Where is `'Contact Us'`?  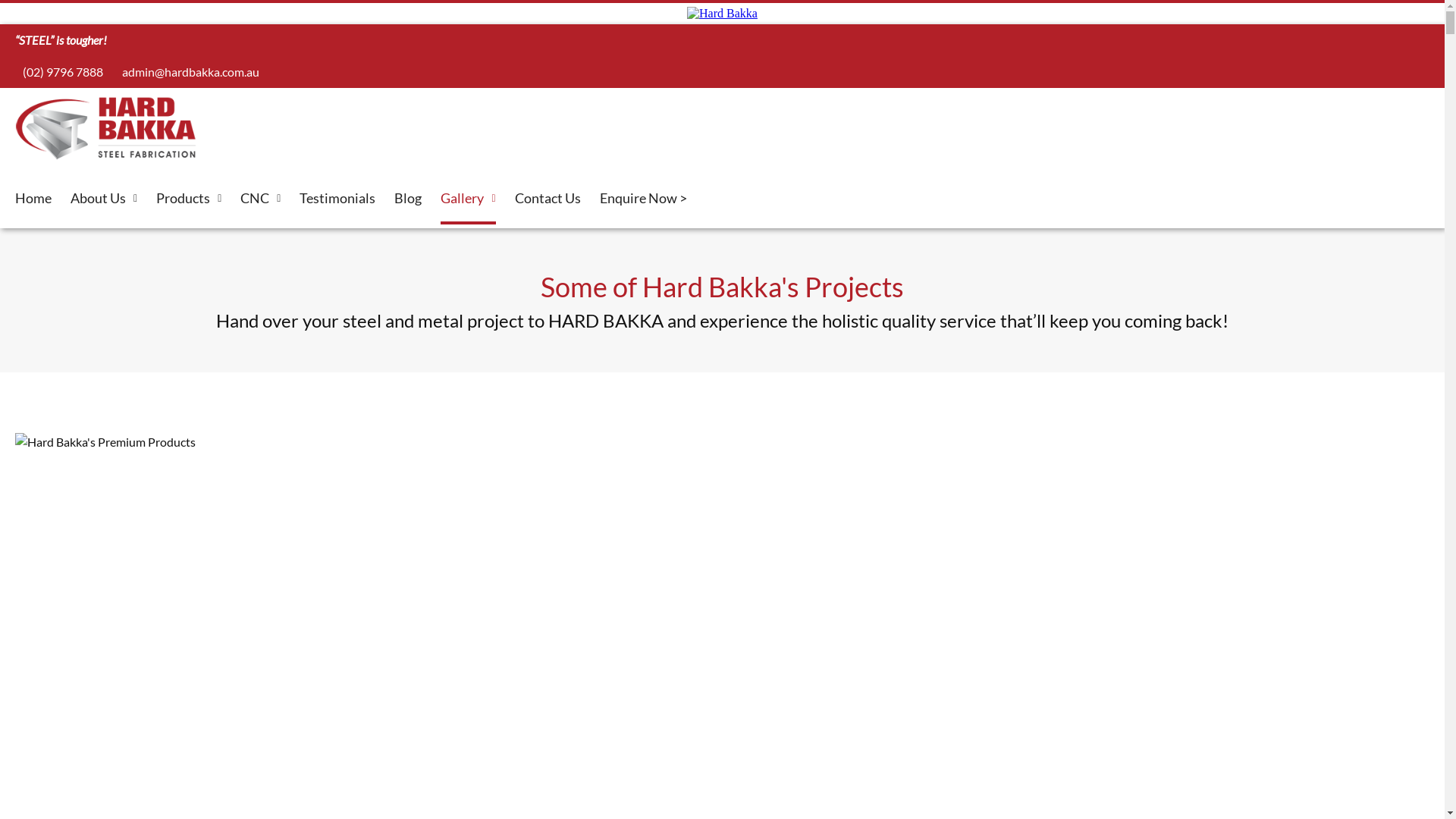
'Contact Us' is located at coordinates (546, 198).